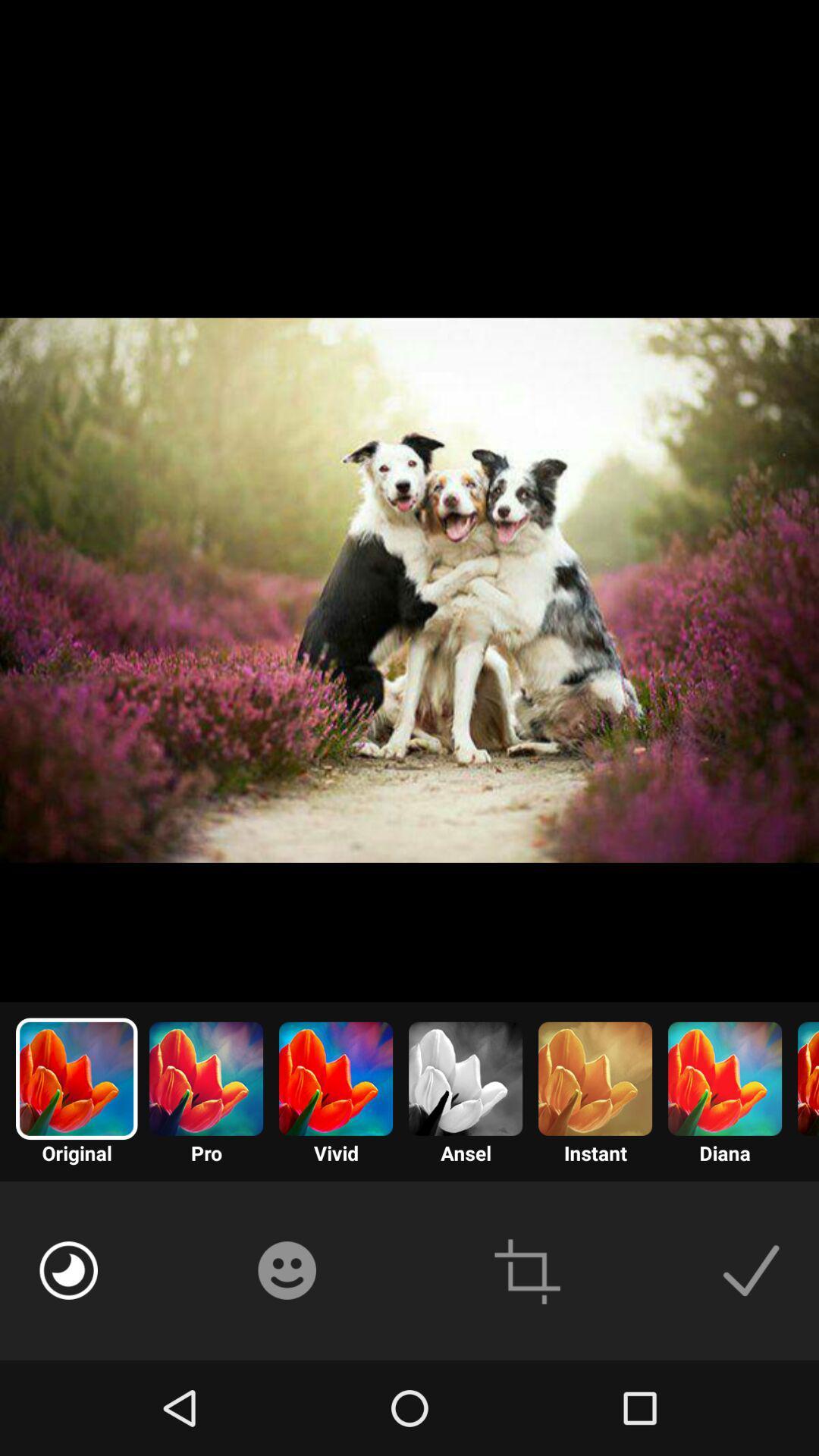 This screenshot has height=1456, width=819. What do you see at coordinates (526, 1270) in the screenshot?
I see `crop image option` at bounding box center [526, 1270].